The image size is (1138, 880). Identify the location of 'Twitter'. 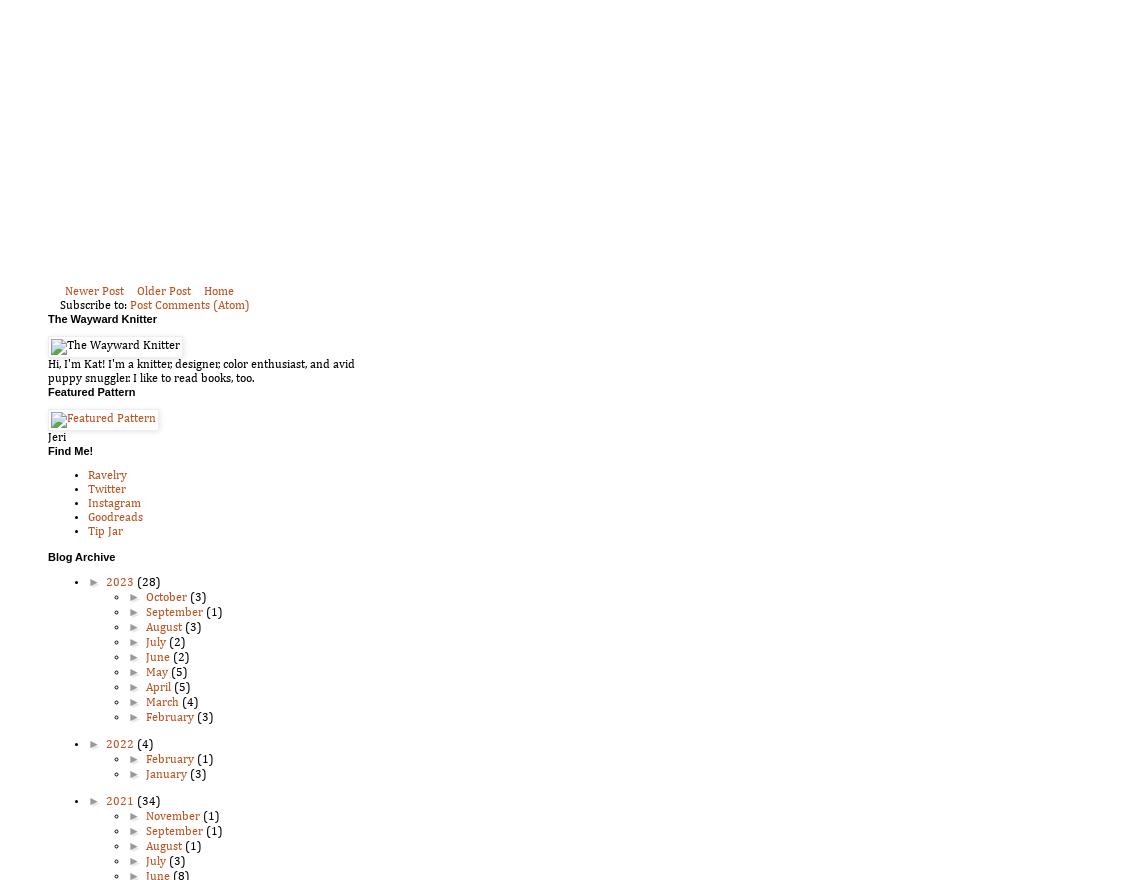
(105, 489).